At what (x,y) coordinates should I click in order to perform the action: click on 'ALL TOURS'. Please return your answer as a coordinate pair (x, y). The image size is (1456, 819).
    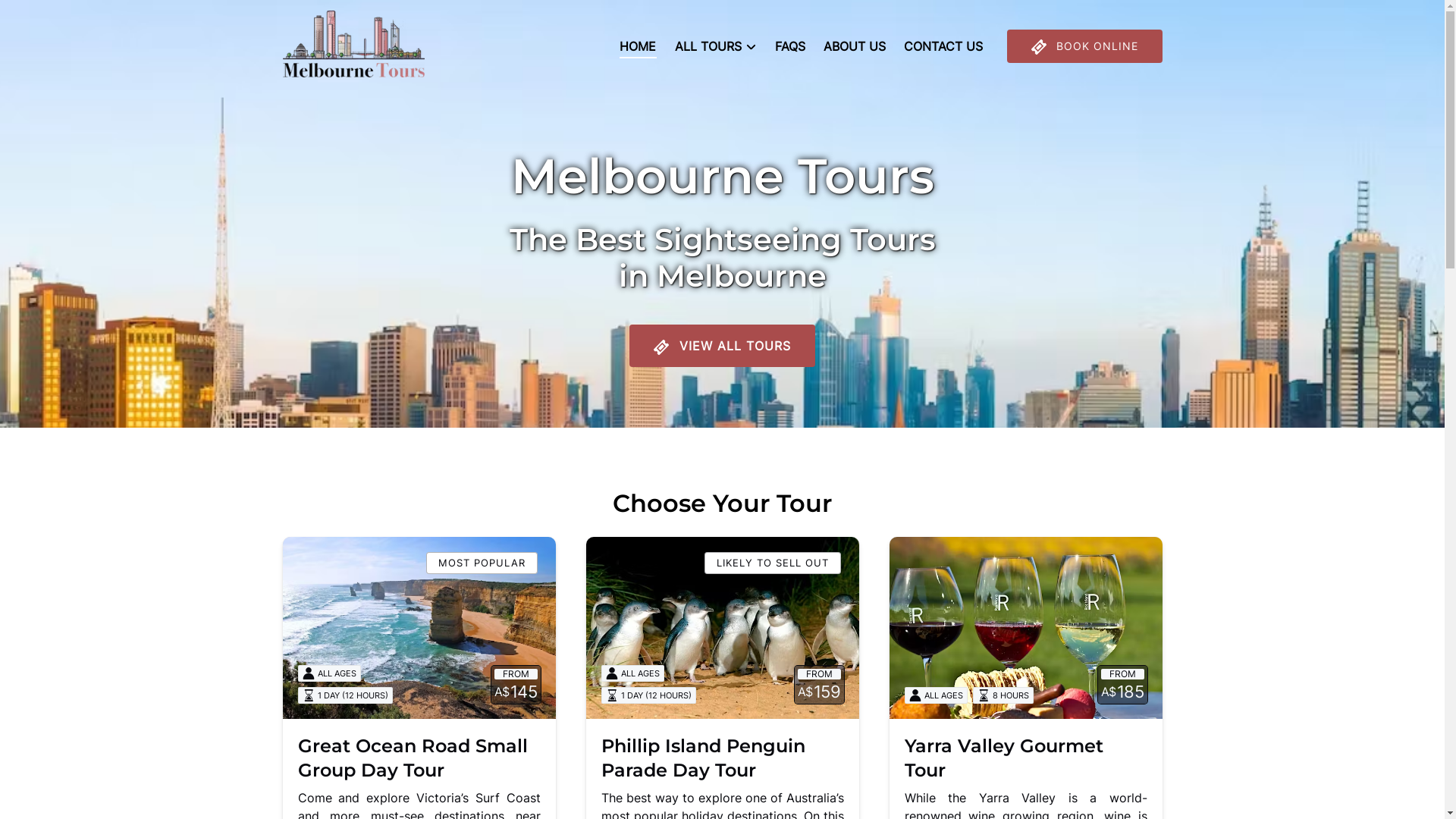
    Looking at the image, I should click on (715, 45).